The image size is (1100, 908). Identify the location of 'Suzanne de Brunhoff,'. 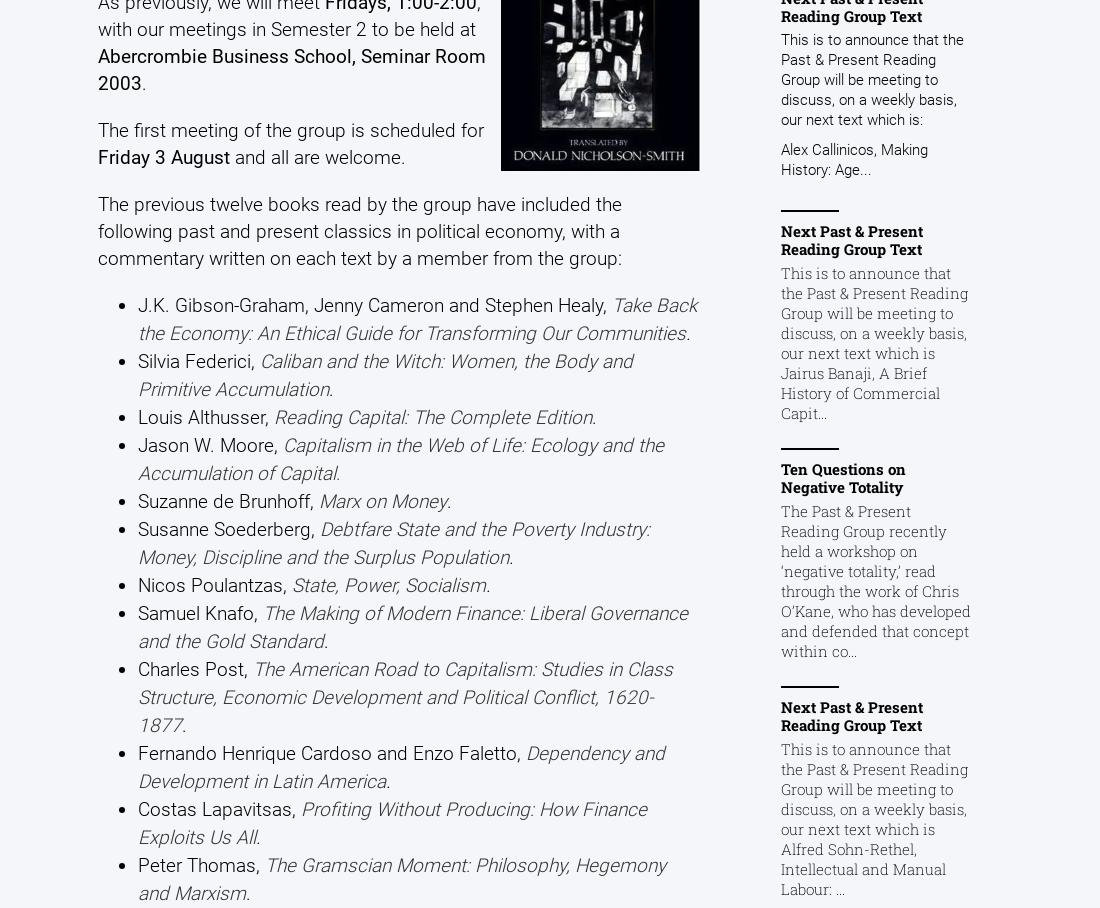
(227, 500).